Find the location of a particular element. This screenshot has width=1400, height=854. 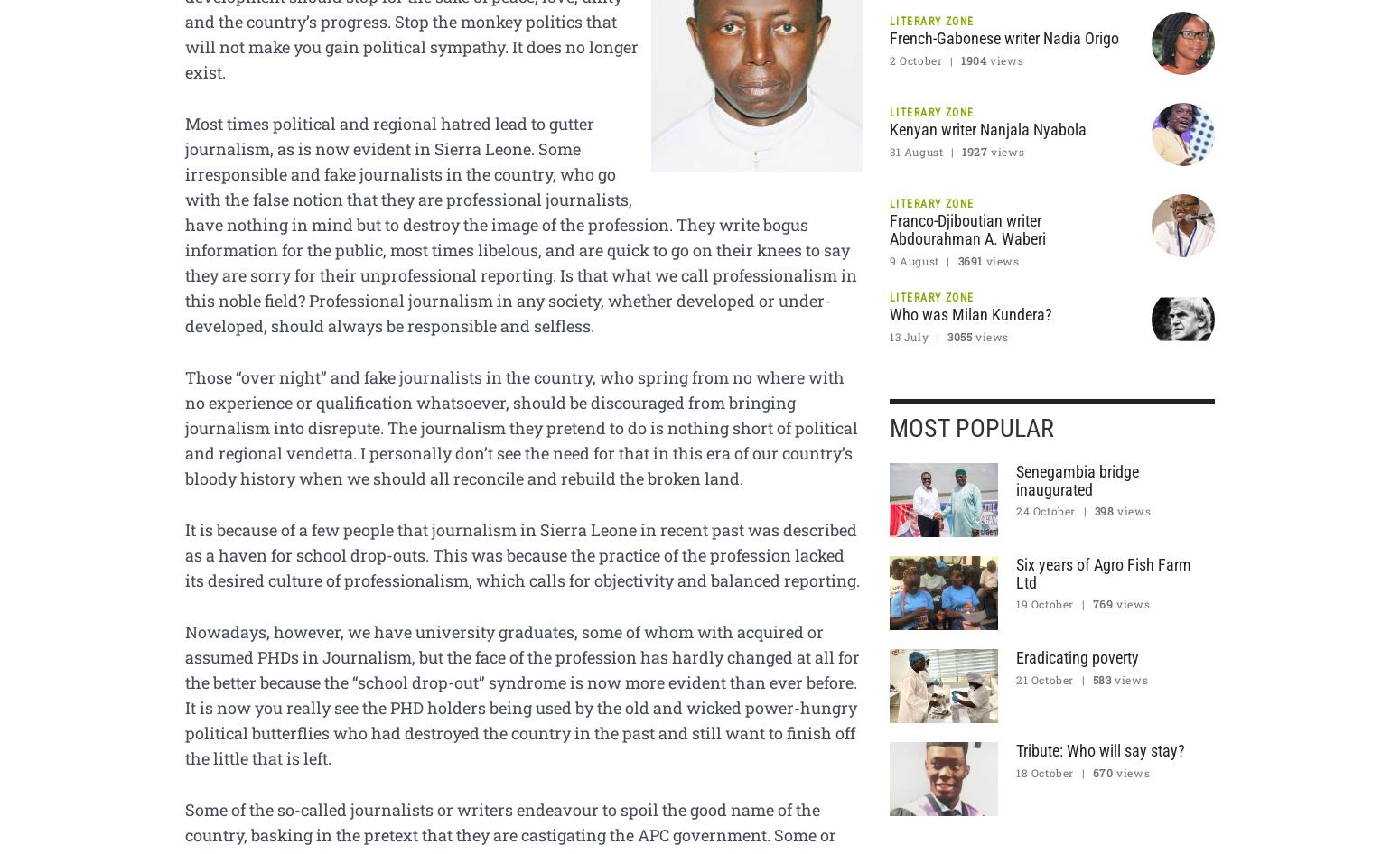

'9 August' is located at coordinates (913, 258).